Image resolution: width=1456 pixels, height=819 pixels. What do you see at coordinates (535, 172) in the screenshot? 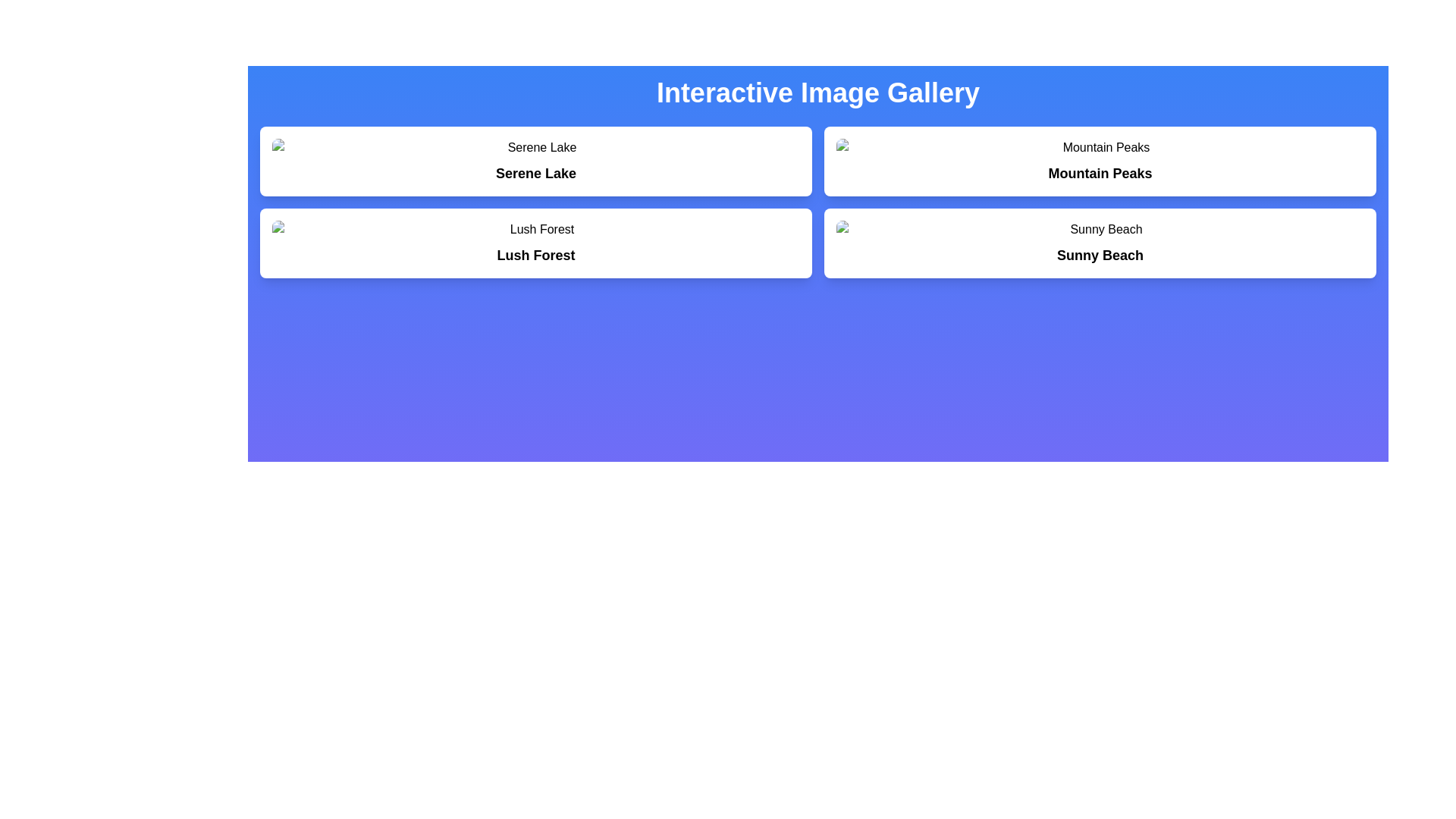
I see `the text label displaying 'Serene Lake' which is bold, large, and positioned below an image placeholder in the top-left panel of the grid layout` at bounding box center [535, 172].